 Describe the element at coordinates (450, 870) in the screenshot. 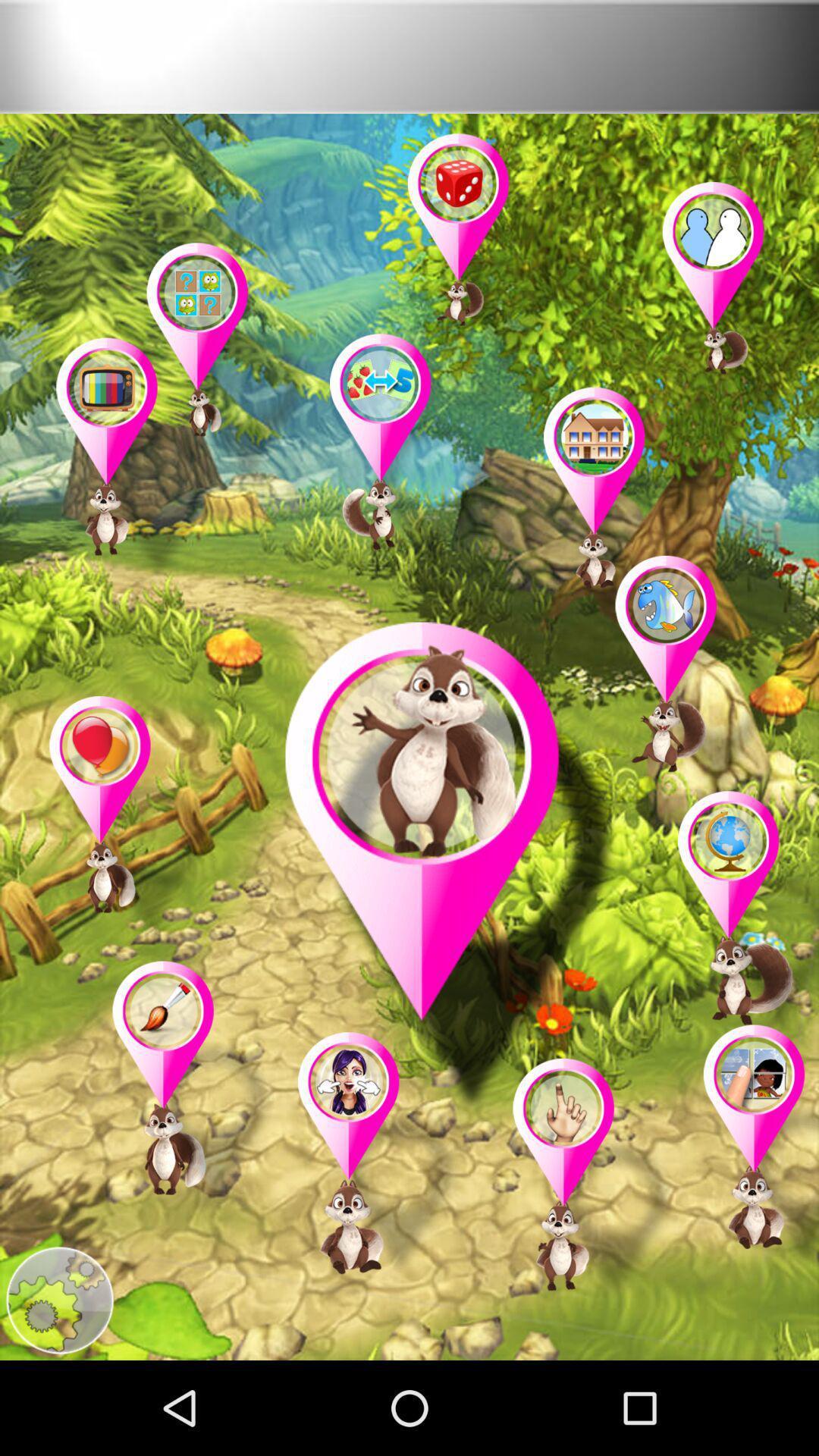

I see `interact with james` at that location.